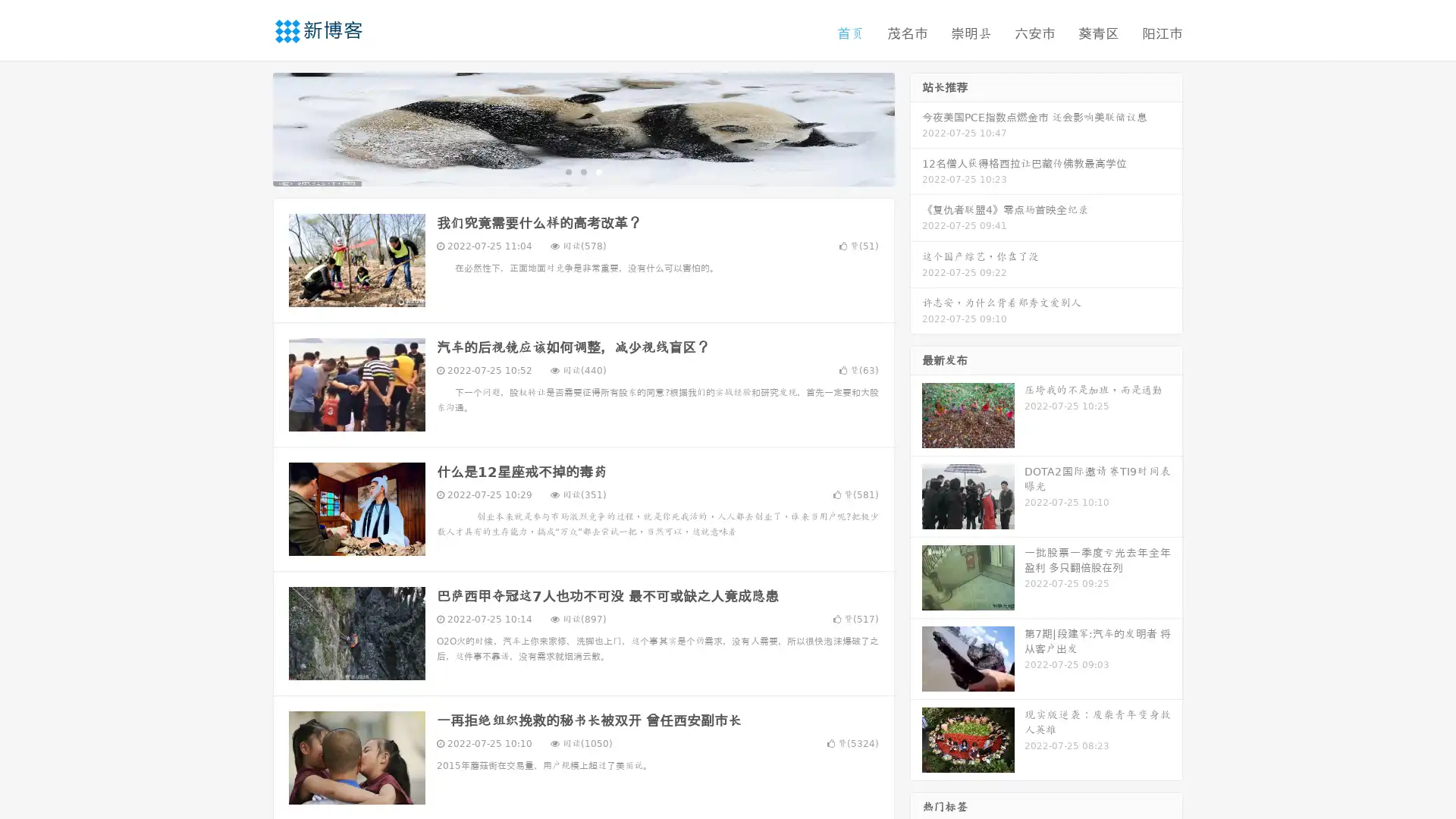  What do you see at coordinates (582, 171) in the screenshot?
I see `Go to slide 2` at bounding box center [582, 171].